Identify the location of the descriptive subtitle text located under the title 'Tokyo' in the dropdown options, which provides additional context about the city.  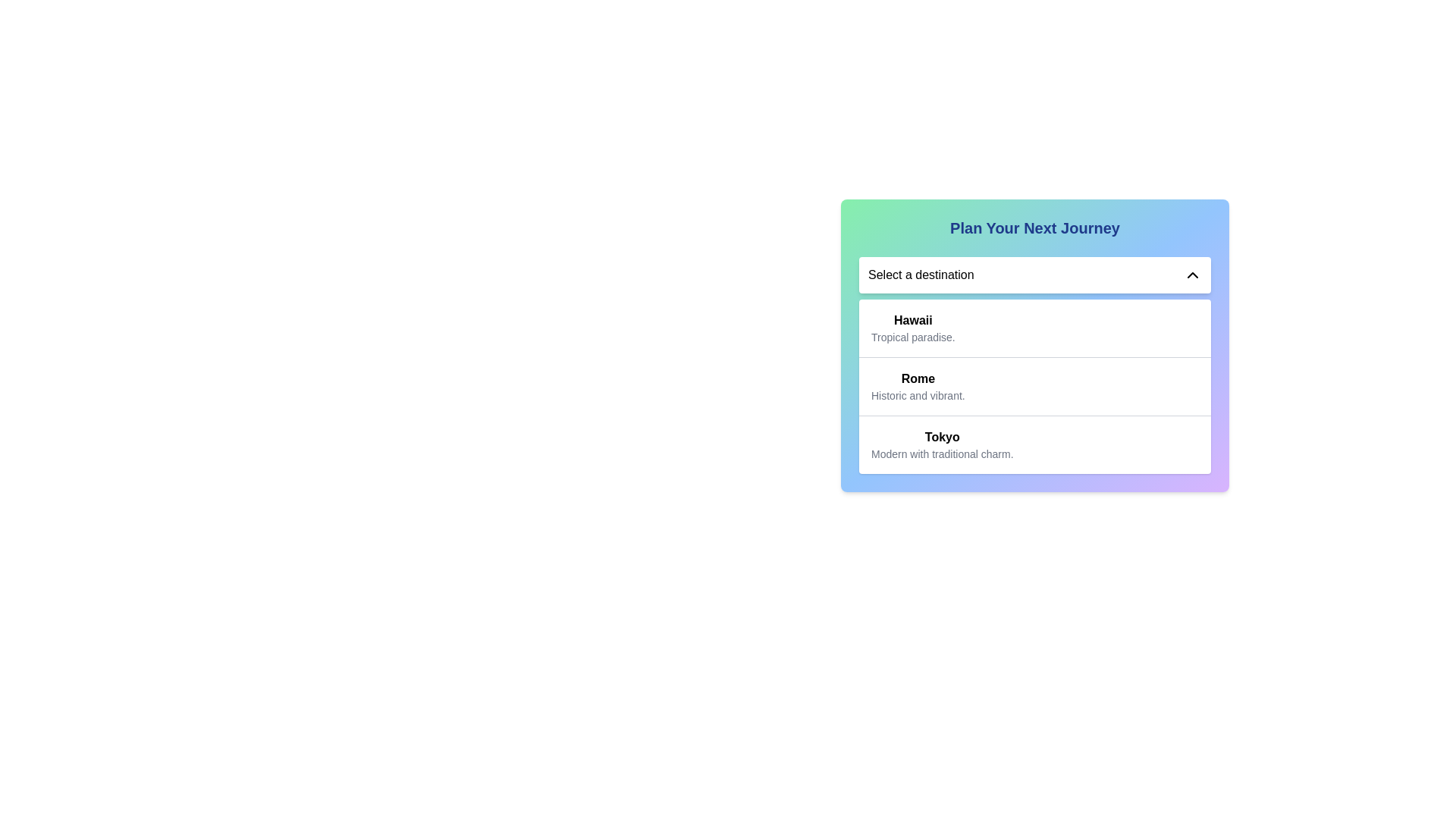
(941, 453).